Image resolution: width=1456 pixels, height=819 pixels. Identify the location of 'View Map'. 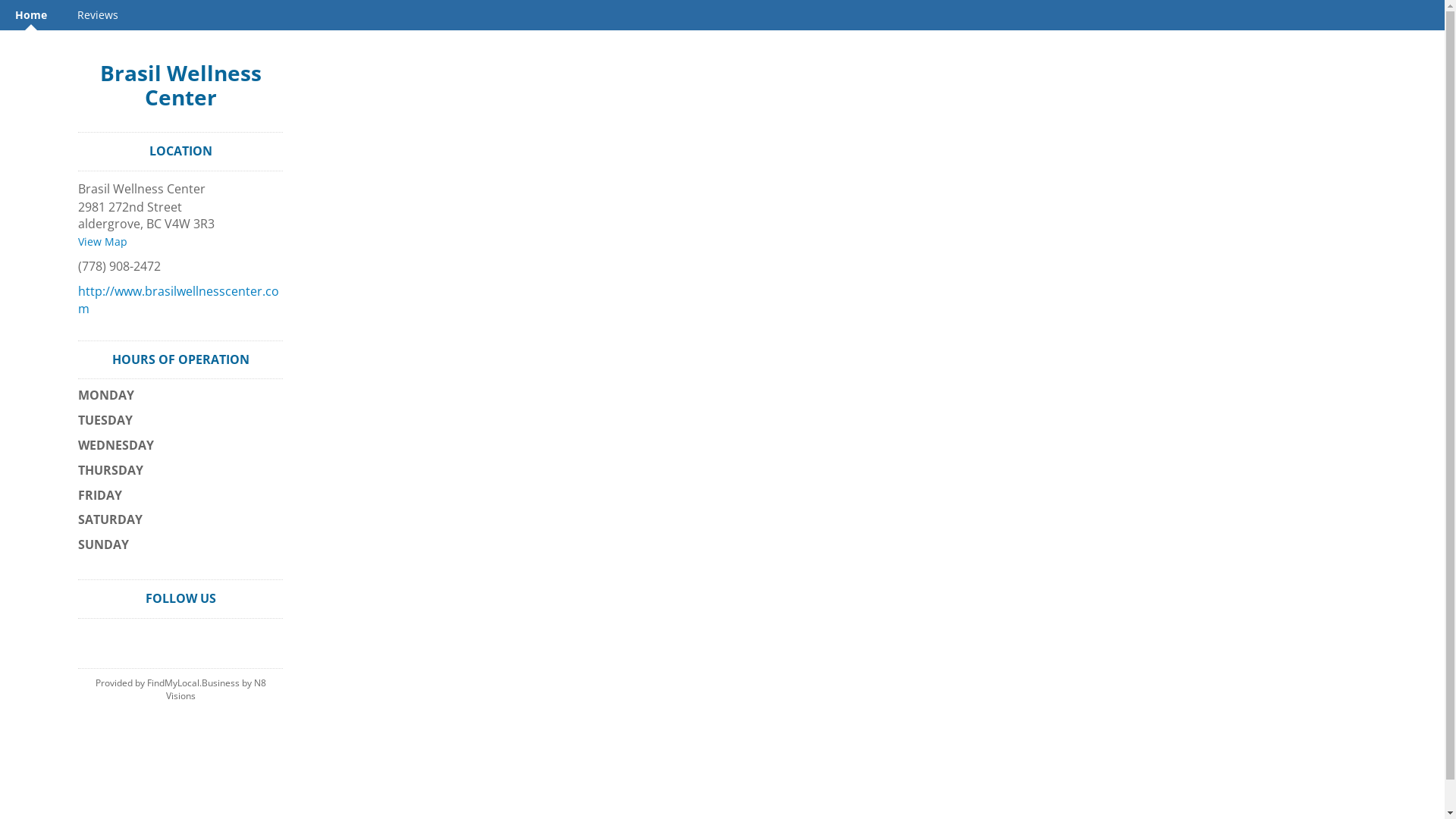
(102, 240).